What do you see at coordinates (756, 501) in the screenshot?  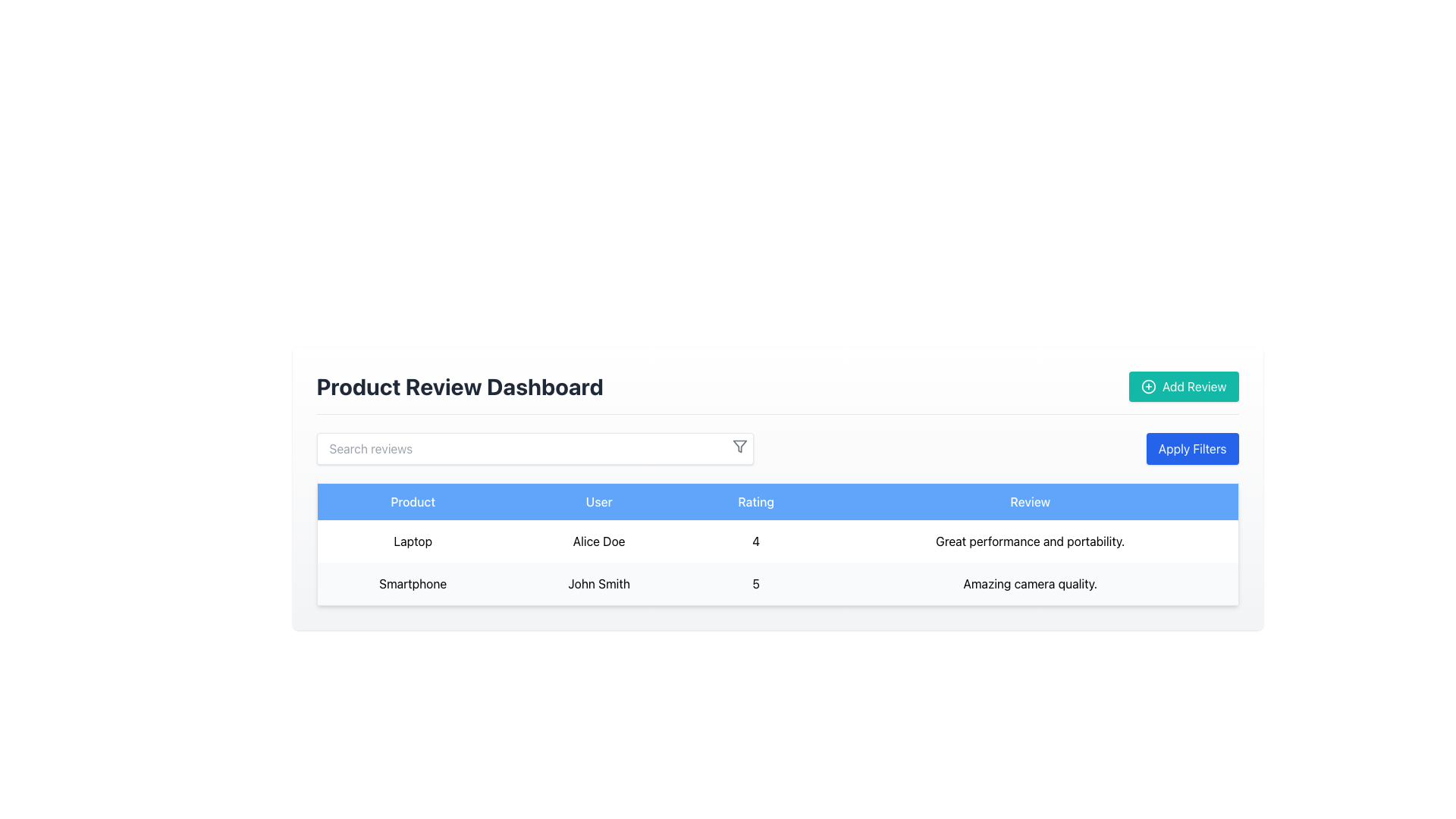 I see `the static text label in the third column header of the table, which indicates ratings for the reviewed data` at bounding box center [756, 501].